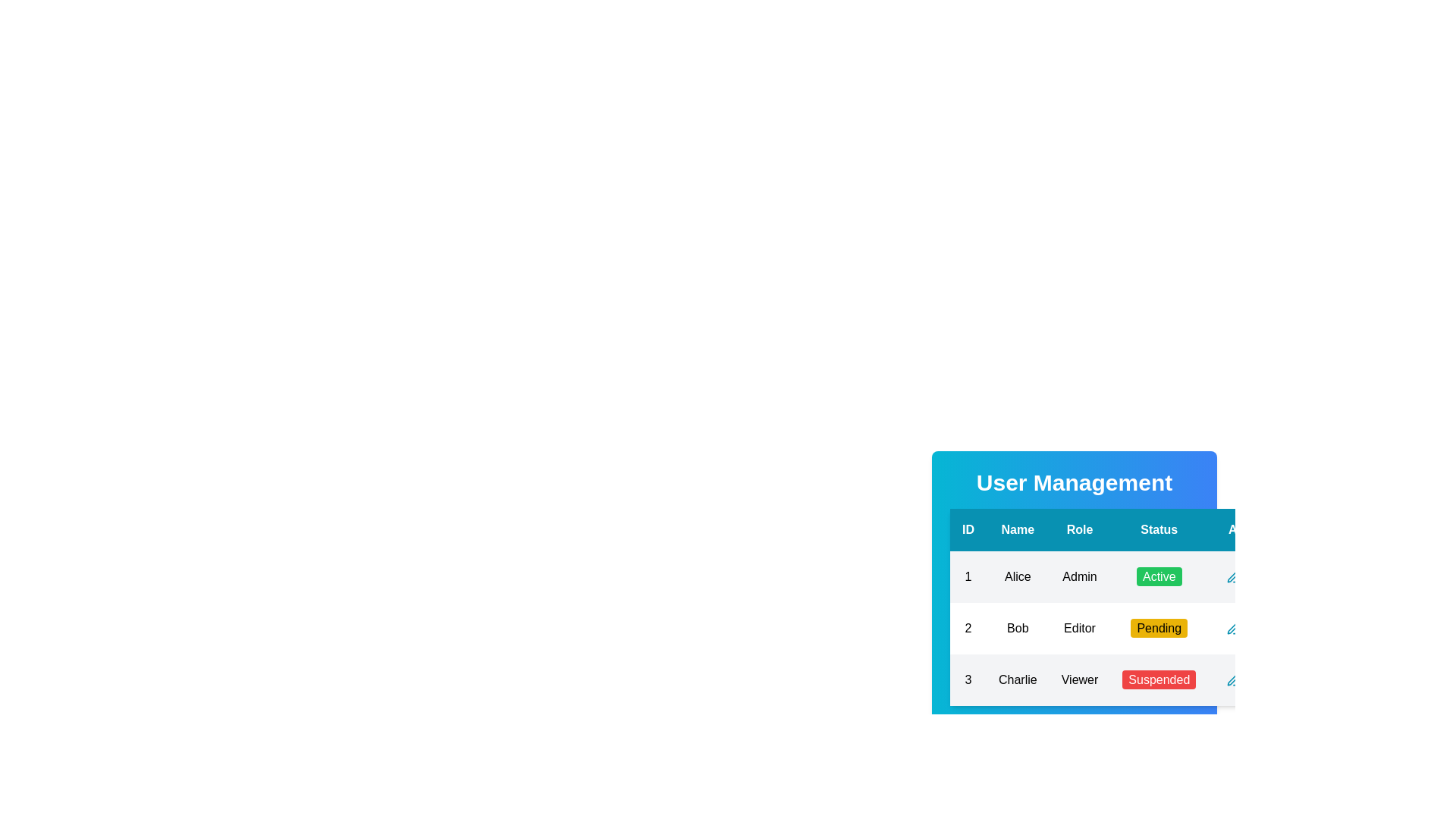 The width and height of the screenshot is (1456, 819). What do you see at coordinates (1122, 576) in the screenshot?
I see `the green badge labeled 'Active' in the first row of the tabular structure to change its status` at bounding box center [1122, 576].